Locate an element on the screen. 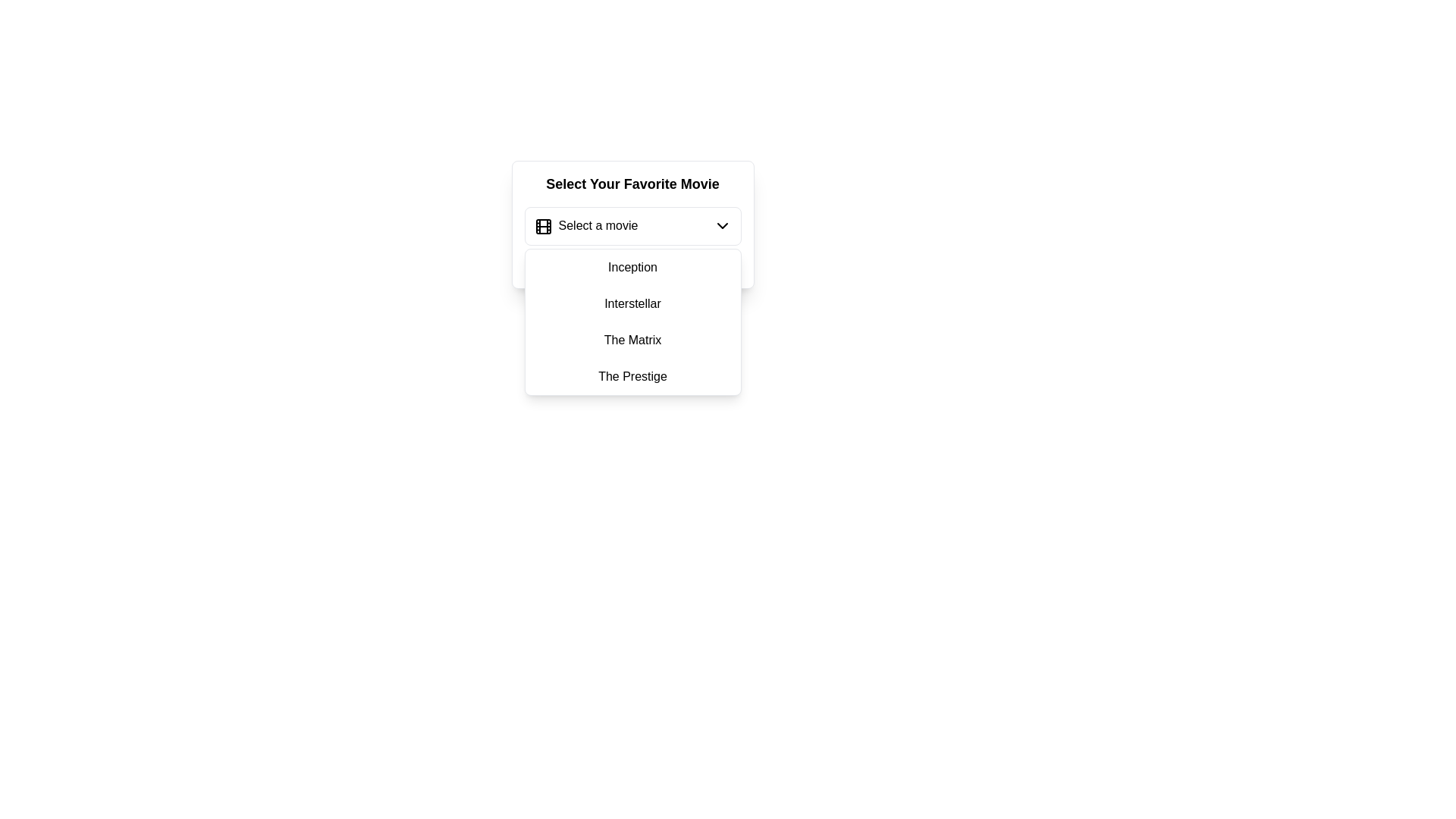  the Decorative Icon Component, which is styled as a film reel and located at the top-left corner of a dropdown selection field is located at coordinates (543, 226).